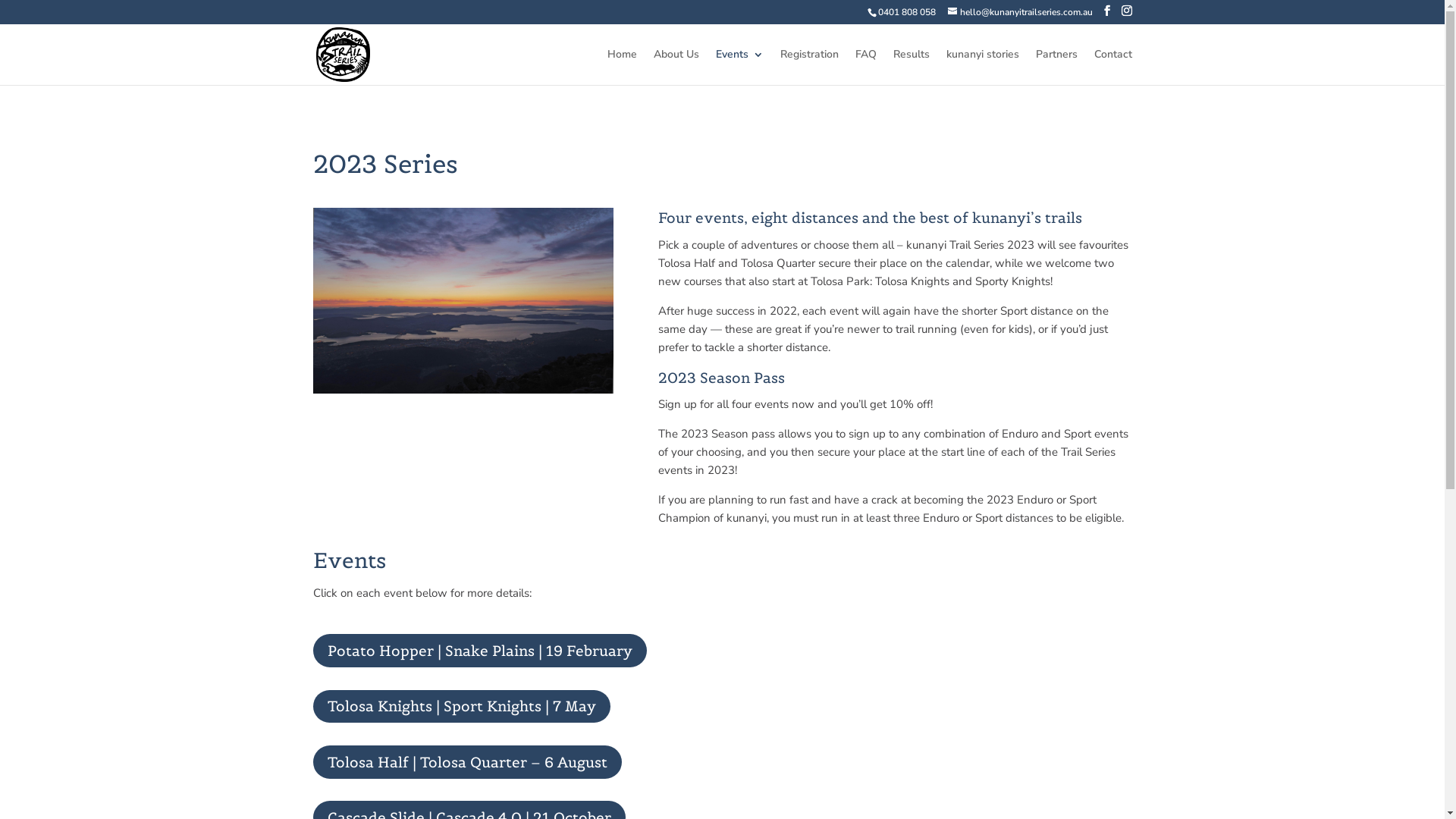 The height and width of the screenshot is (819, 1456). I want to click on 'Events', so click(739, 66).